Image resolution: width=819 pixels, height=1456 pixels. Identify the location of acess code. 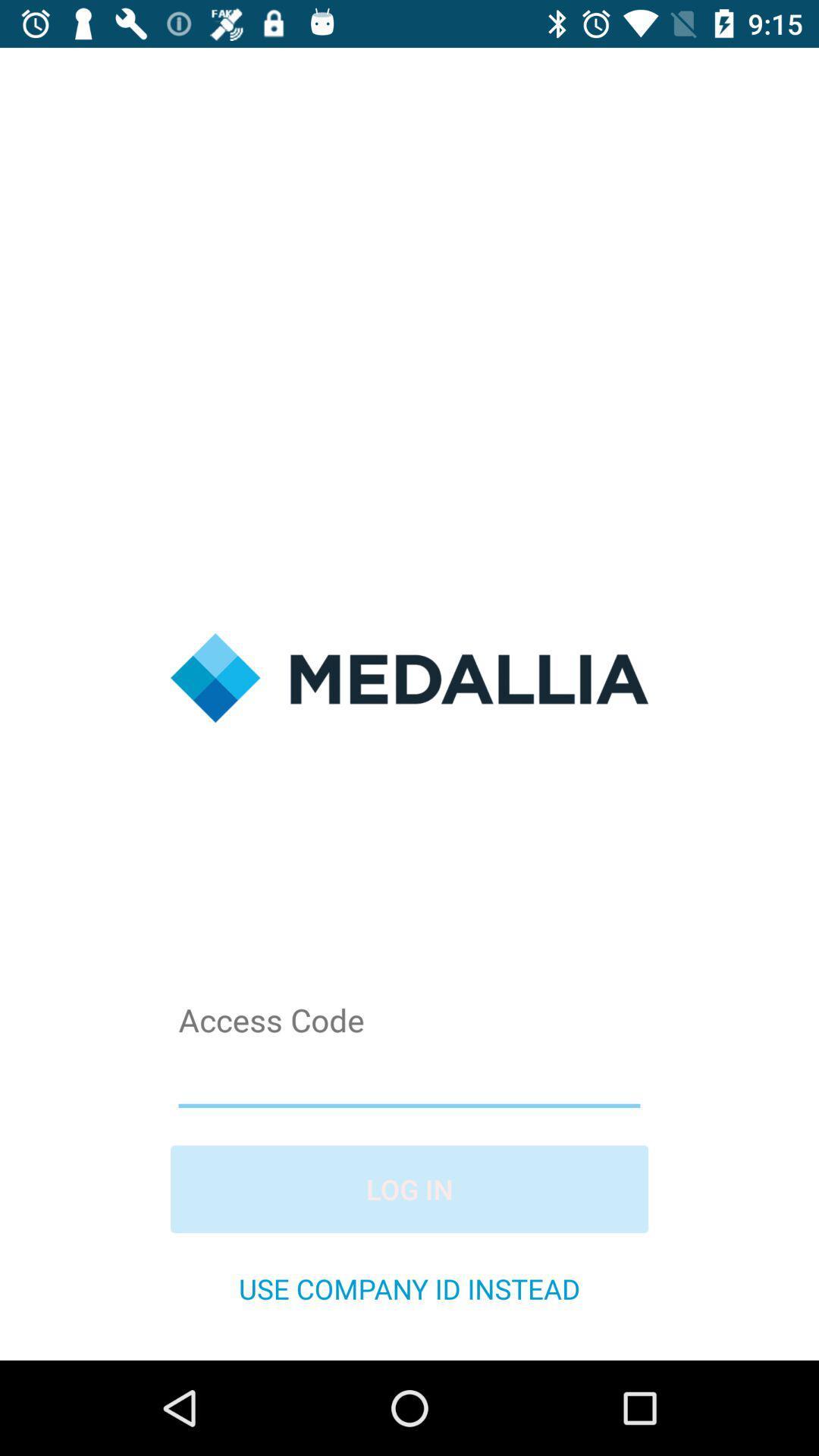
(409, 1075).